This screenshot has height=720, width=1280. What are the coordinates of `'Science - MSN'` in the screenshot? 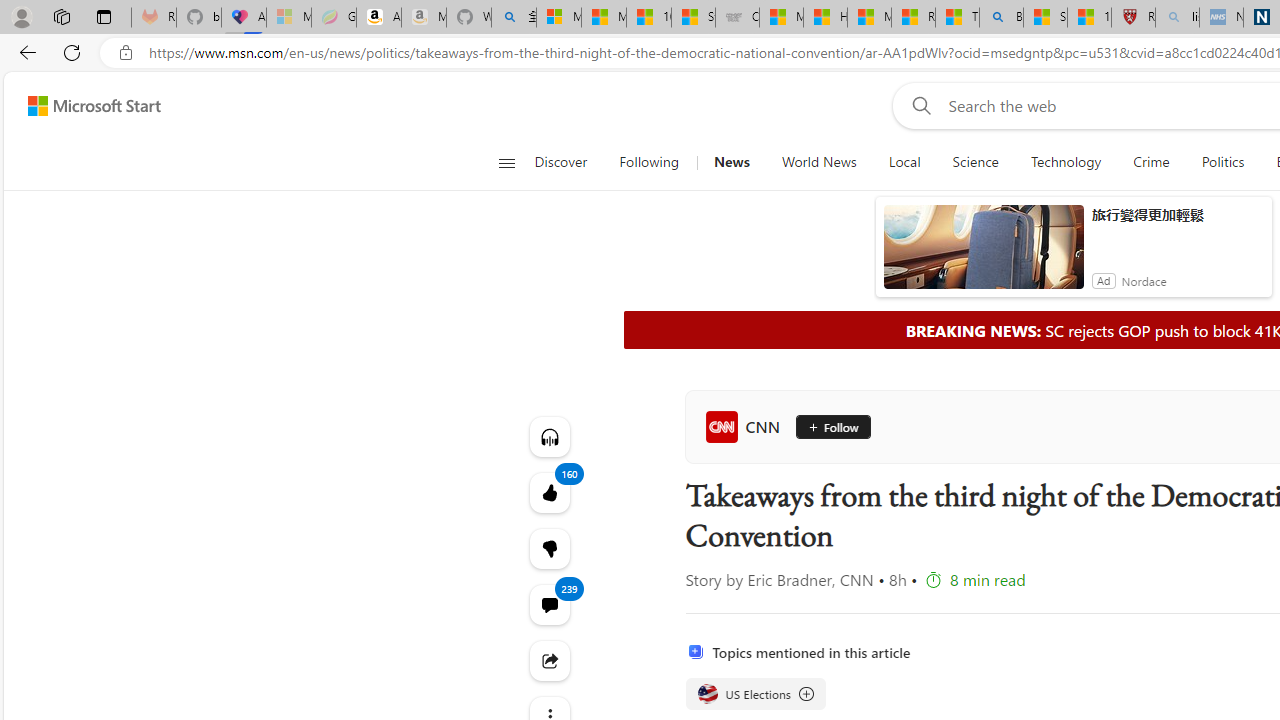 It's located at (1044, 17).